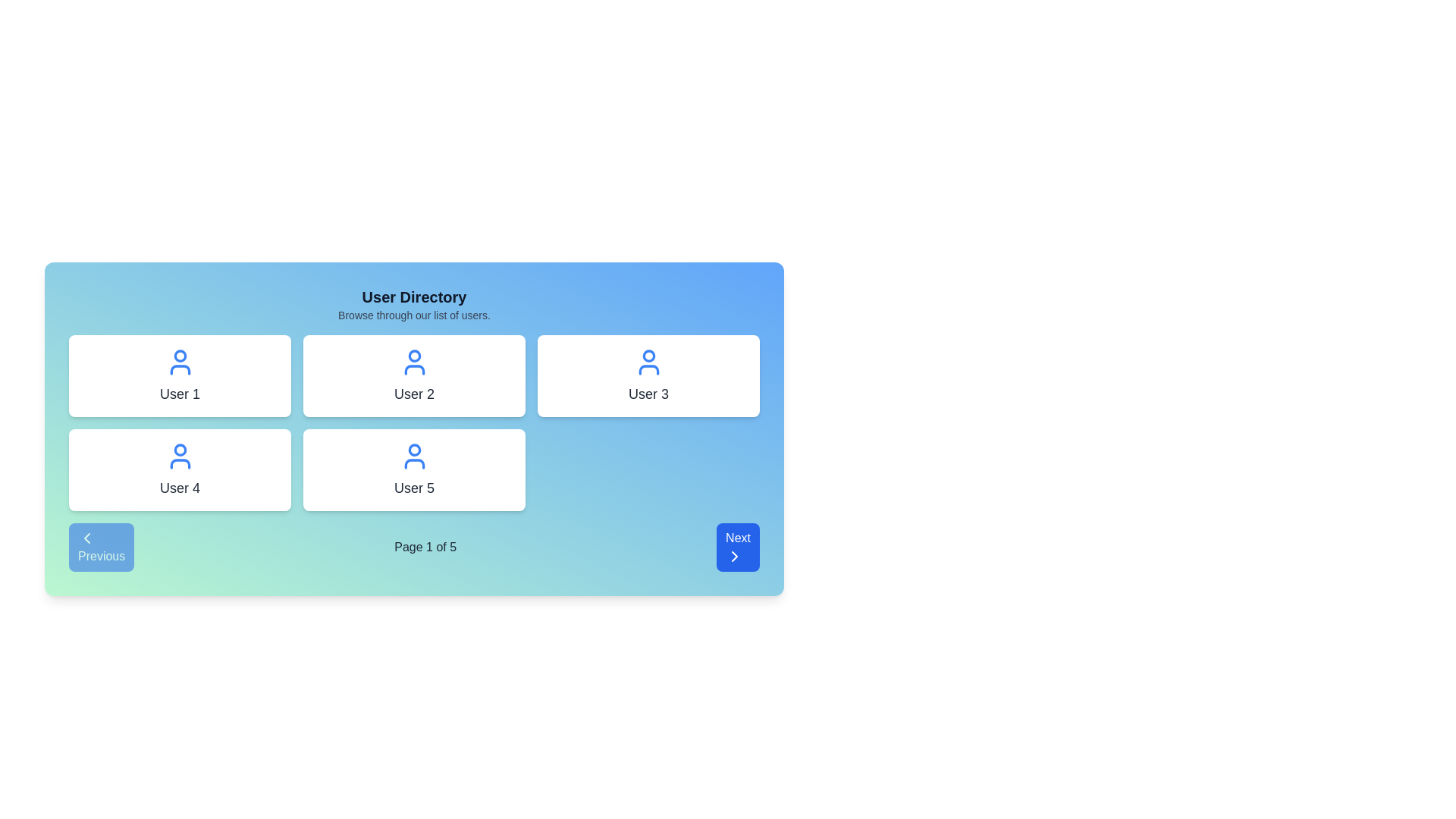 The image size is (1456, 819). What do you see at coordinates (414, 394) in the screenshot?
I see `the informational text label in the second card of the User Directory interface, which identifies the associated user and is positioned below a blue user icon` at bounding box center [414, 394].